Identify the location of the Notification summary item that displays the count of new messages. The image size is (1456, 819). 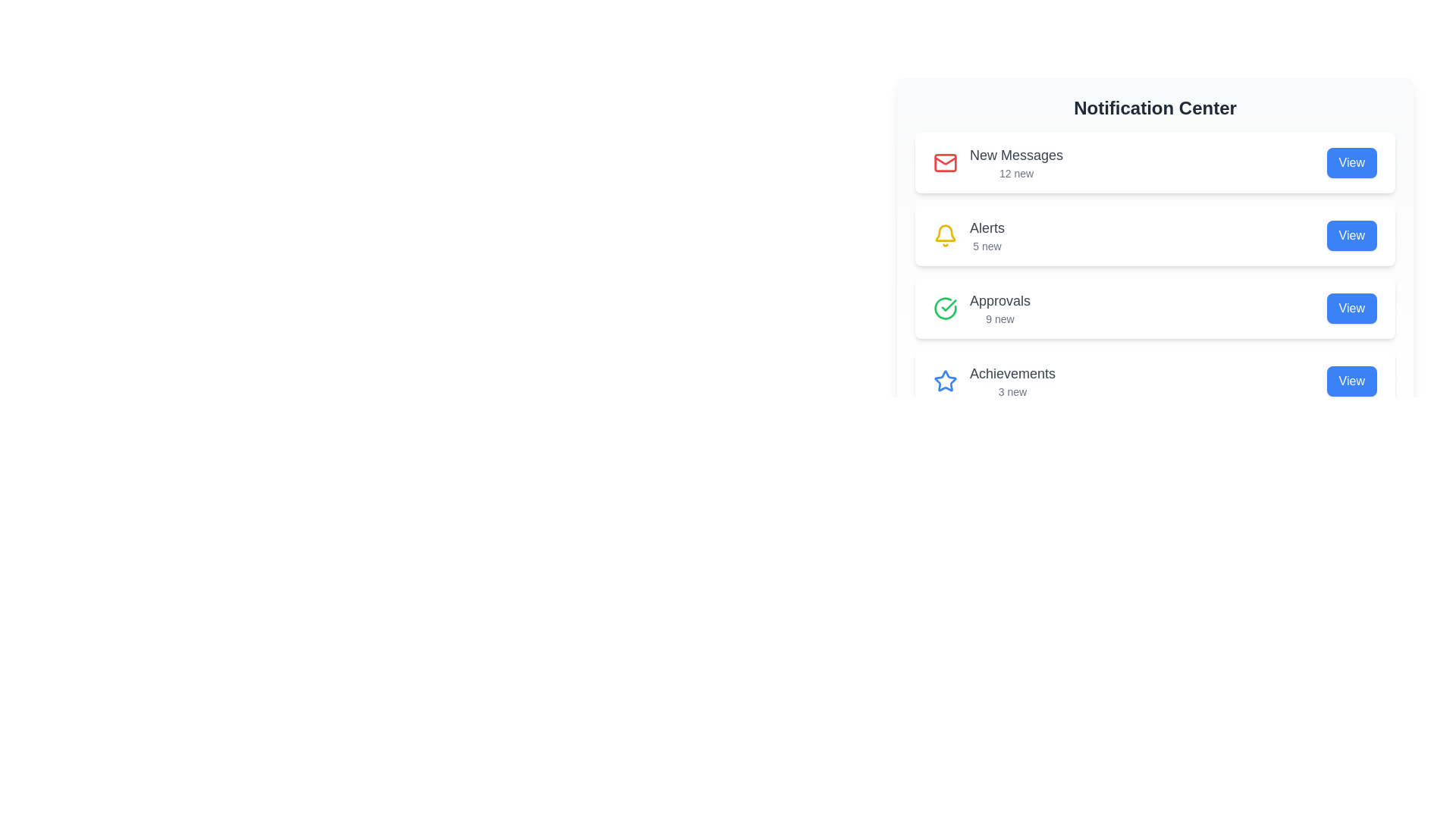
(998, 163).